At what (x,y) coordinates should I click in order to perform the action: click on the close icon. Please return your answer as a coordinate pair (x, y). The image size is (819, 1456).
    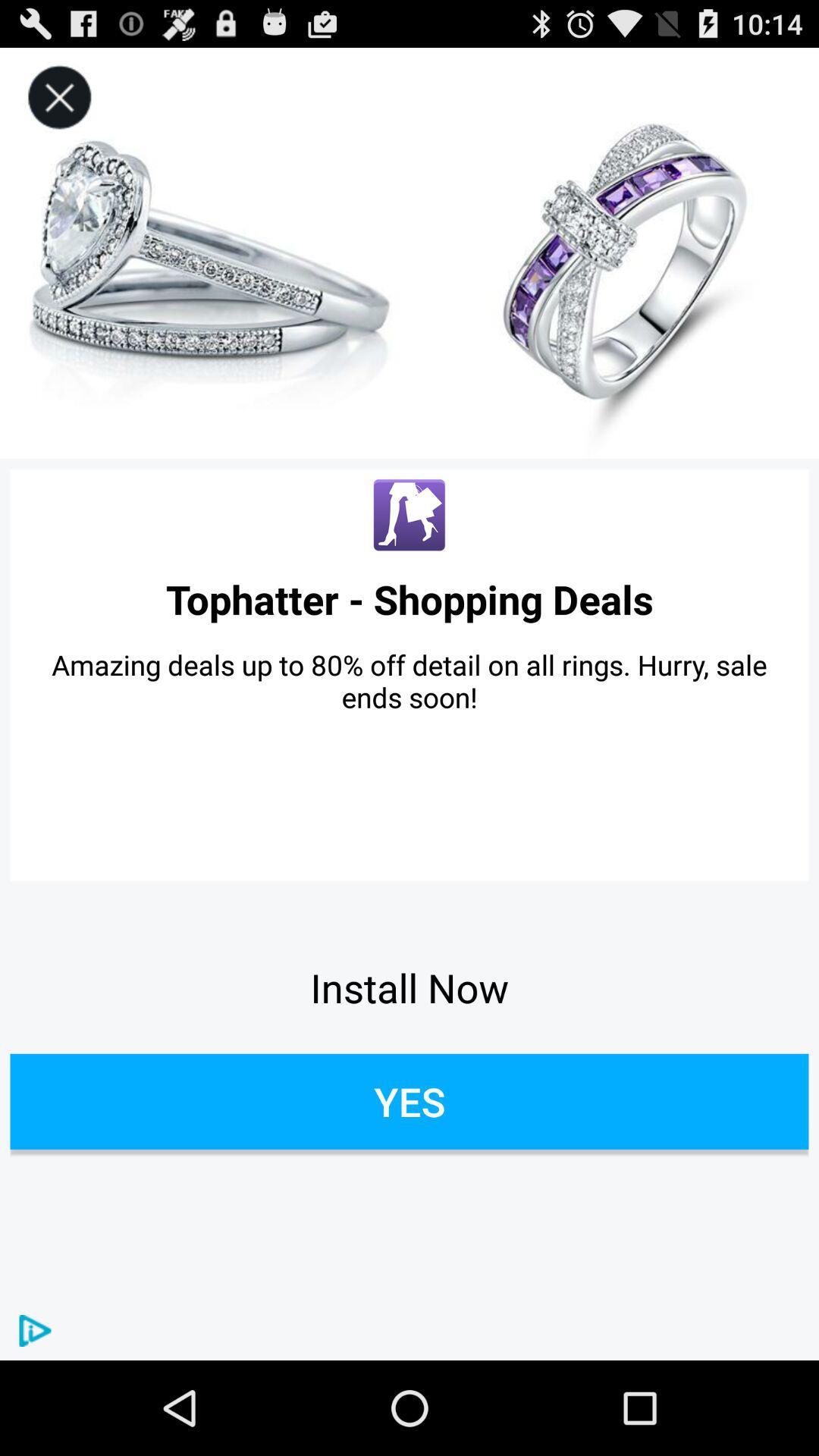
    Looking at the image, I should click on (58, 104).